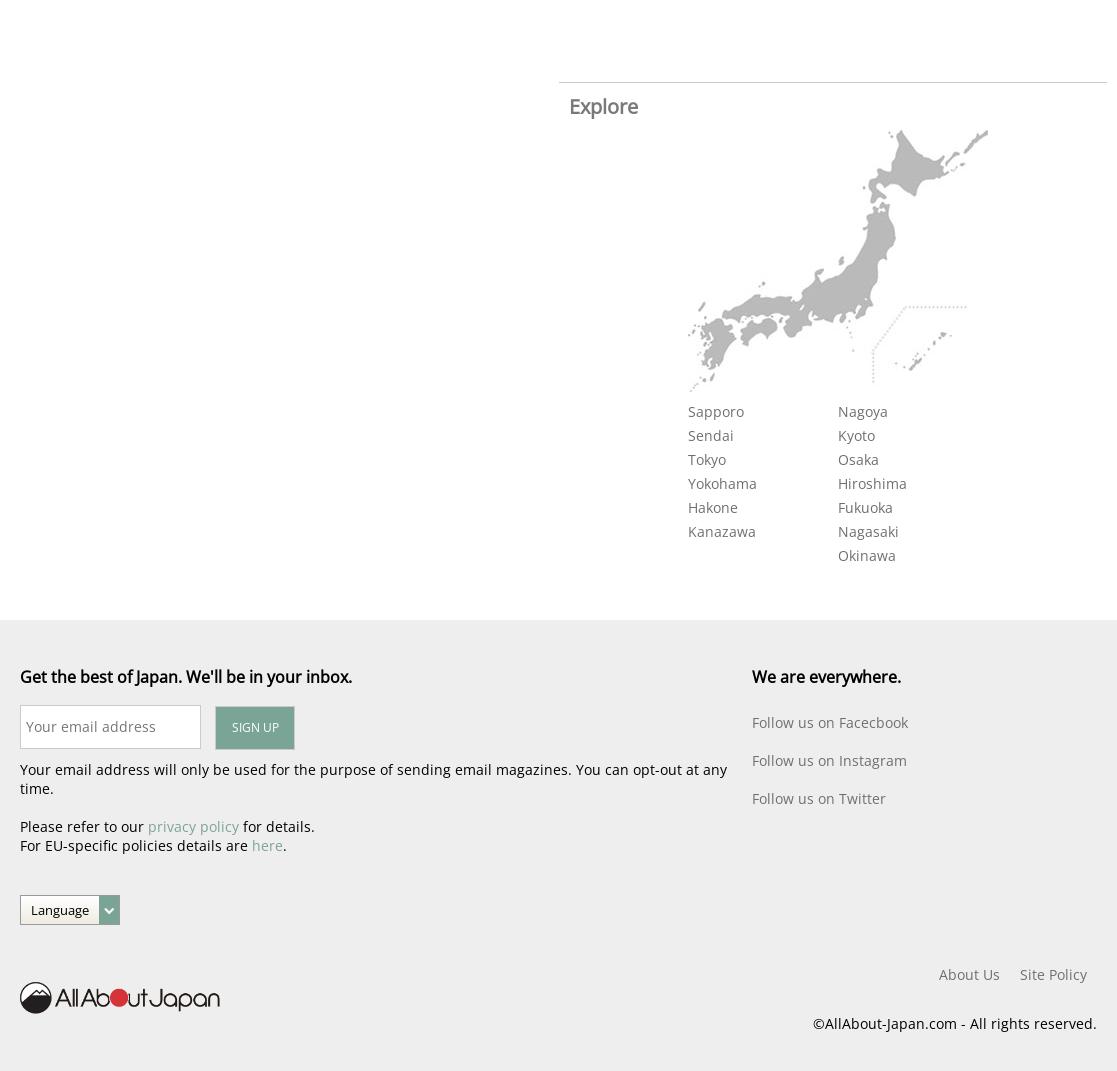 The image size is (1117, 1071). Describe the element at coordinates (829, 760) in the screenshot. I see `'Follow us on Instagram'` at that location.